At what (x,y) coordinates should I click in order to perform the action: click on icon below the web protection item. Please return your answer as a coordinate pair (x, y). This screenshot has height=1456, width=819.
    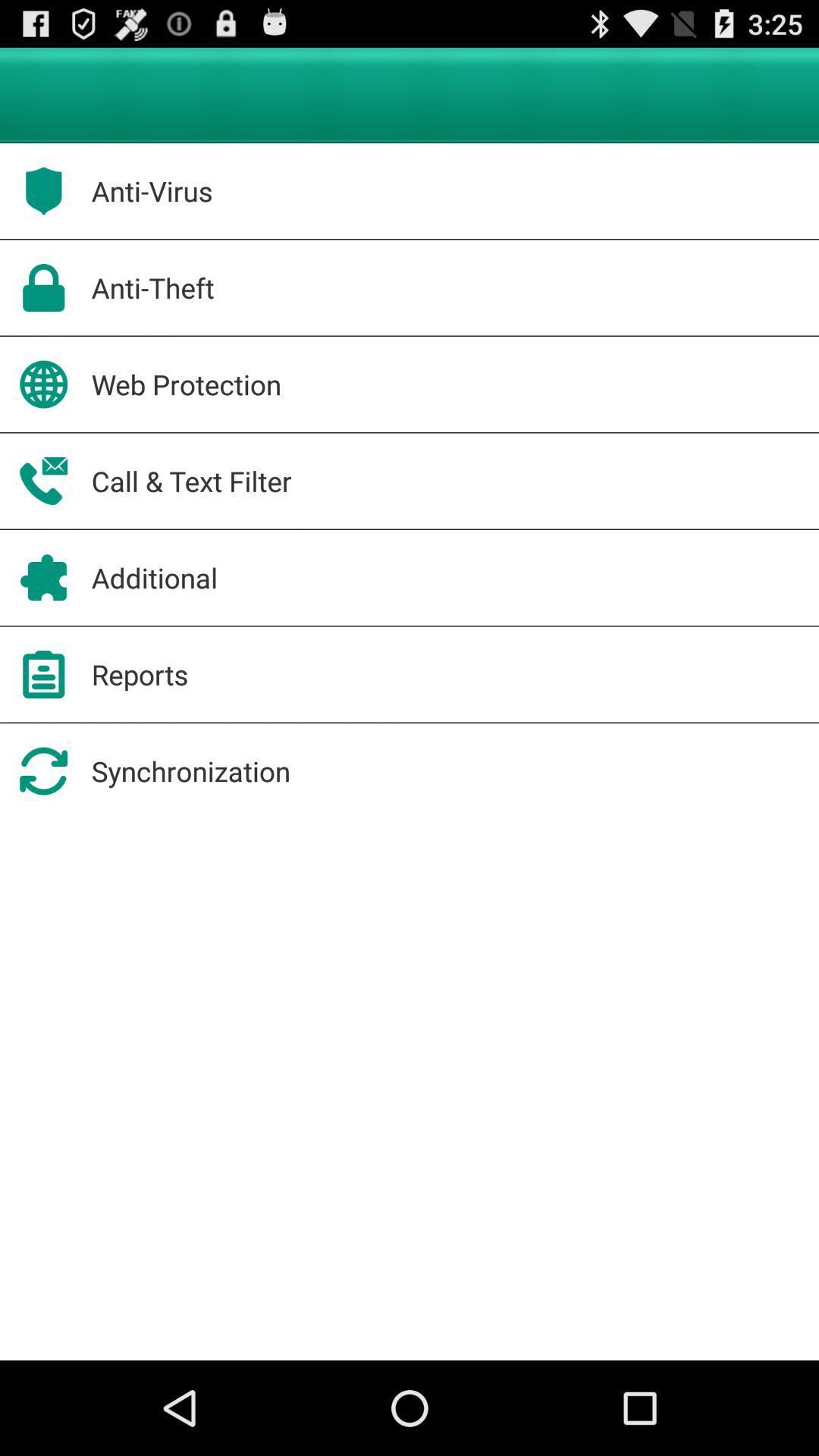
    Looking at the image, I should click on (190, 480).